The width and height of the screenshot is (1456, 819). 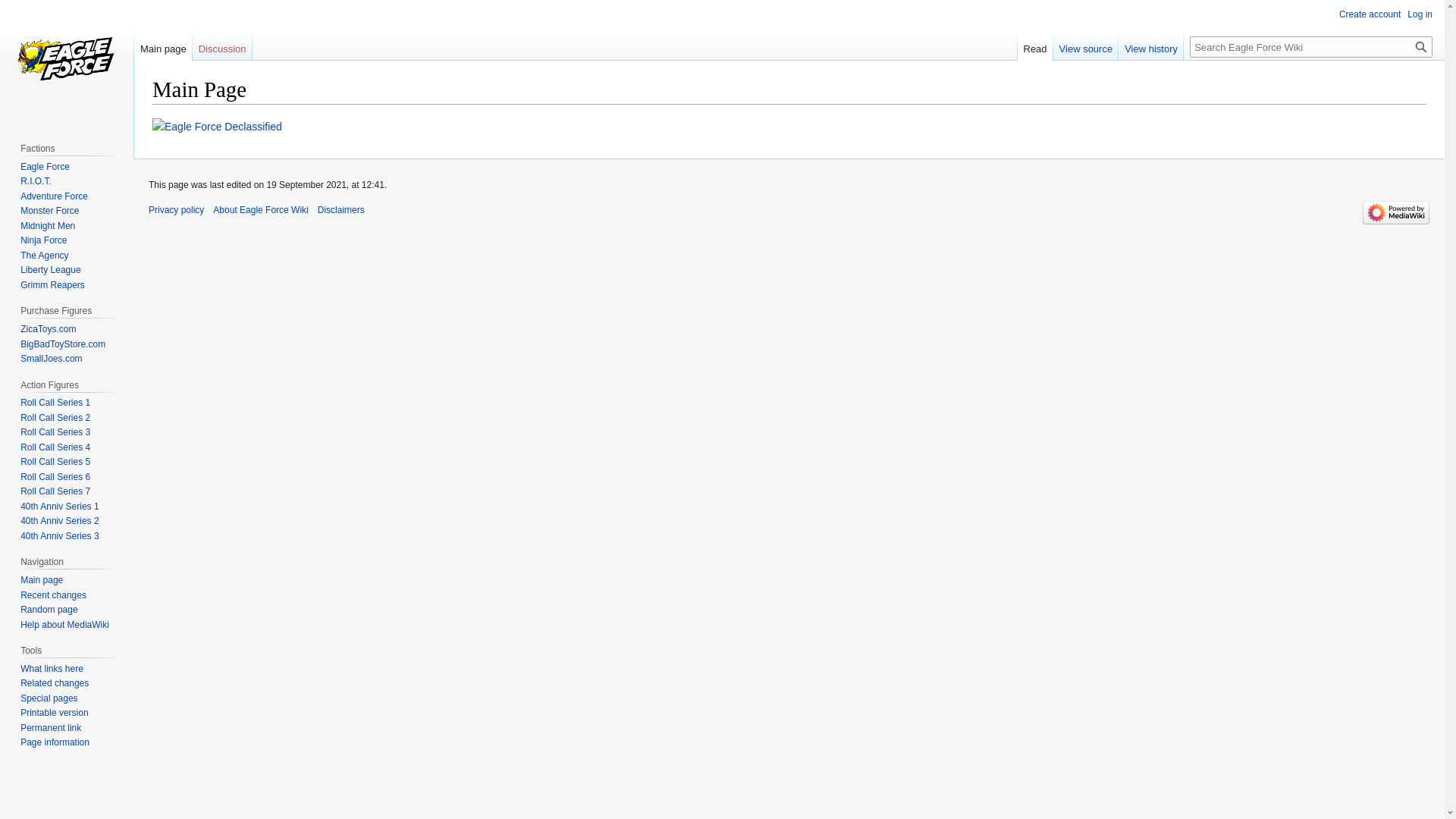 What do you see at coordinates (43, 239) in the screenshot?
I see `'Ninja Force'` at bounding box center [43, 239].